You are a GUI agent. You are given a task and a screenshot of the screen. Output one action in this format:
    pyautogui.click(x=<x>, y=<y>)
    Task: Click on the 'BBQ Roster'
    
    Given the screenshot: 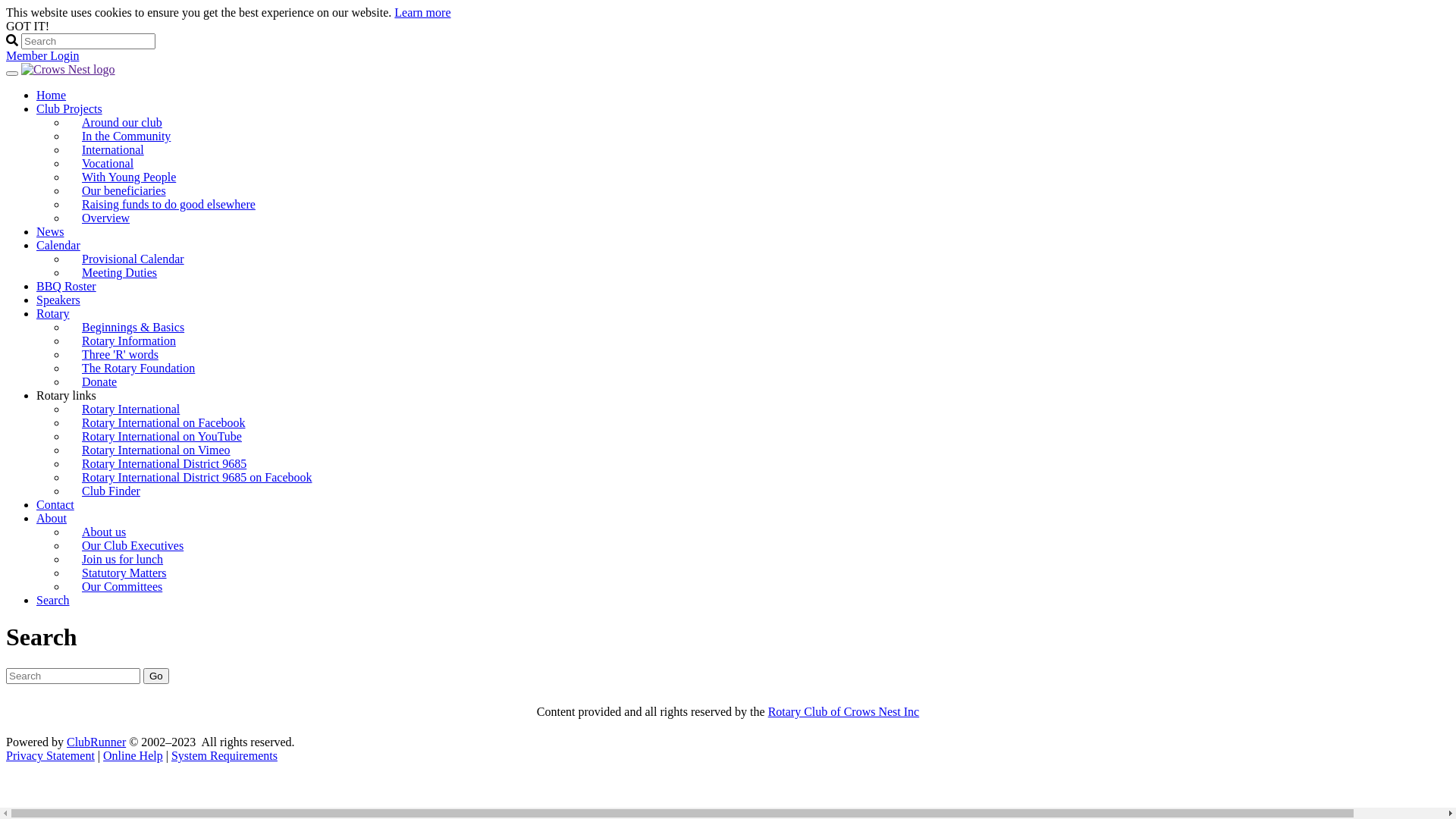 What is the action you would take?
    pyautogui.click(x=65, y=286)
    